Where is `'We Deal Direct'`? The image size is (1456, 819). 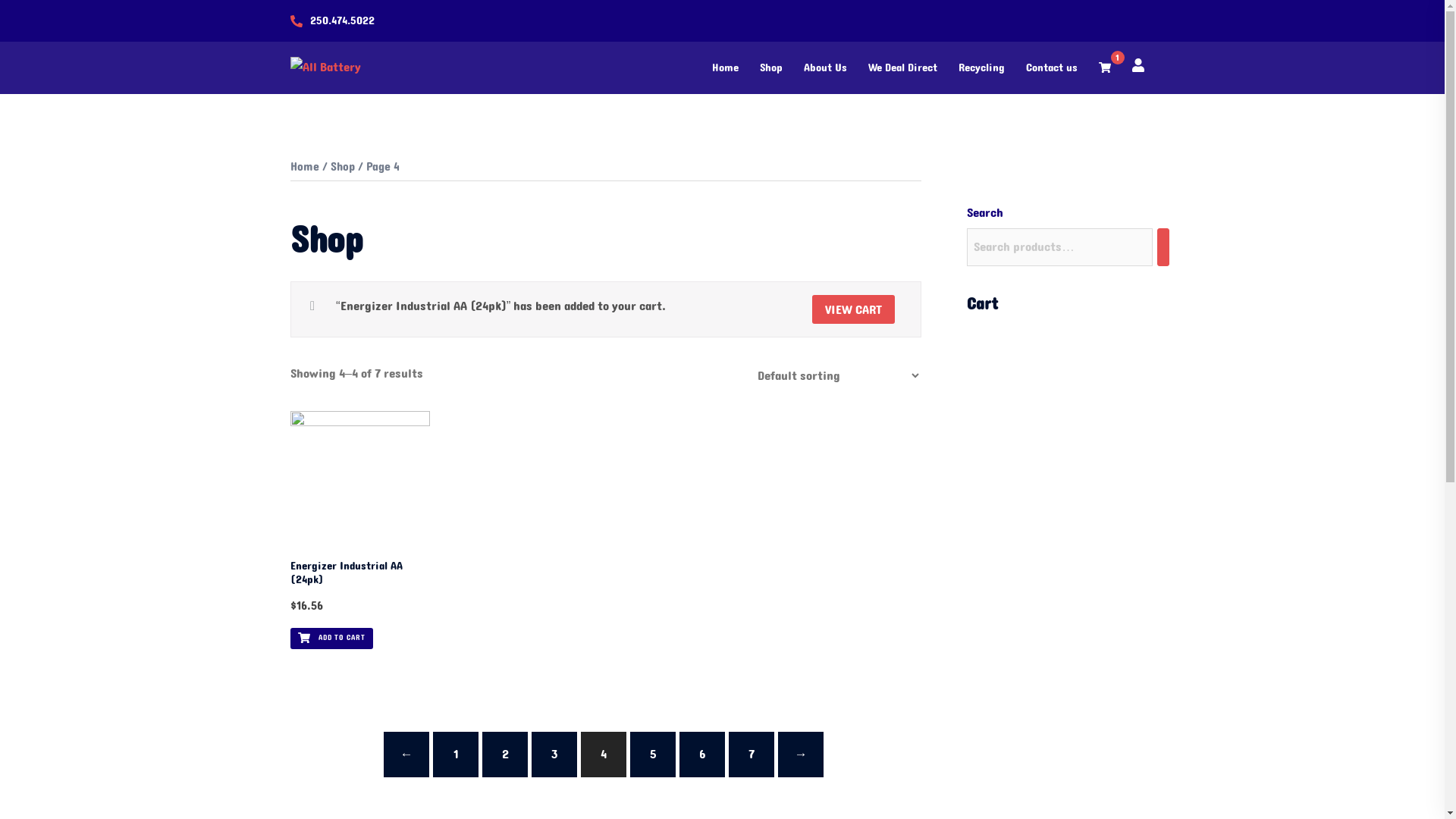
'We Deal Direct' is located at coordinates (902, 67).